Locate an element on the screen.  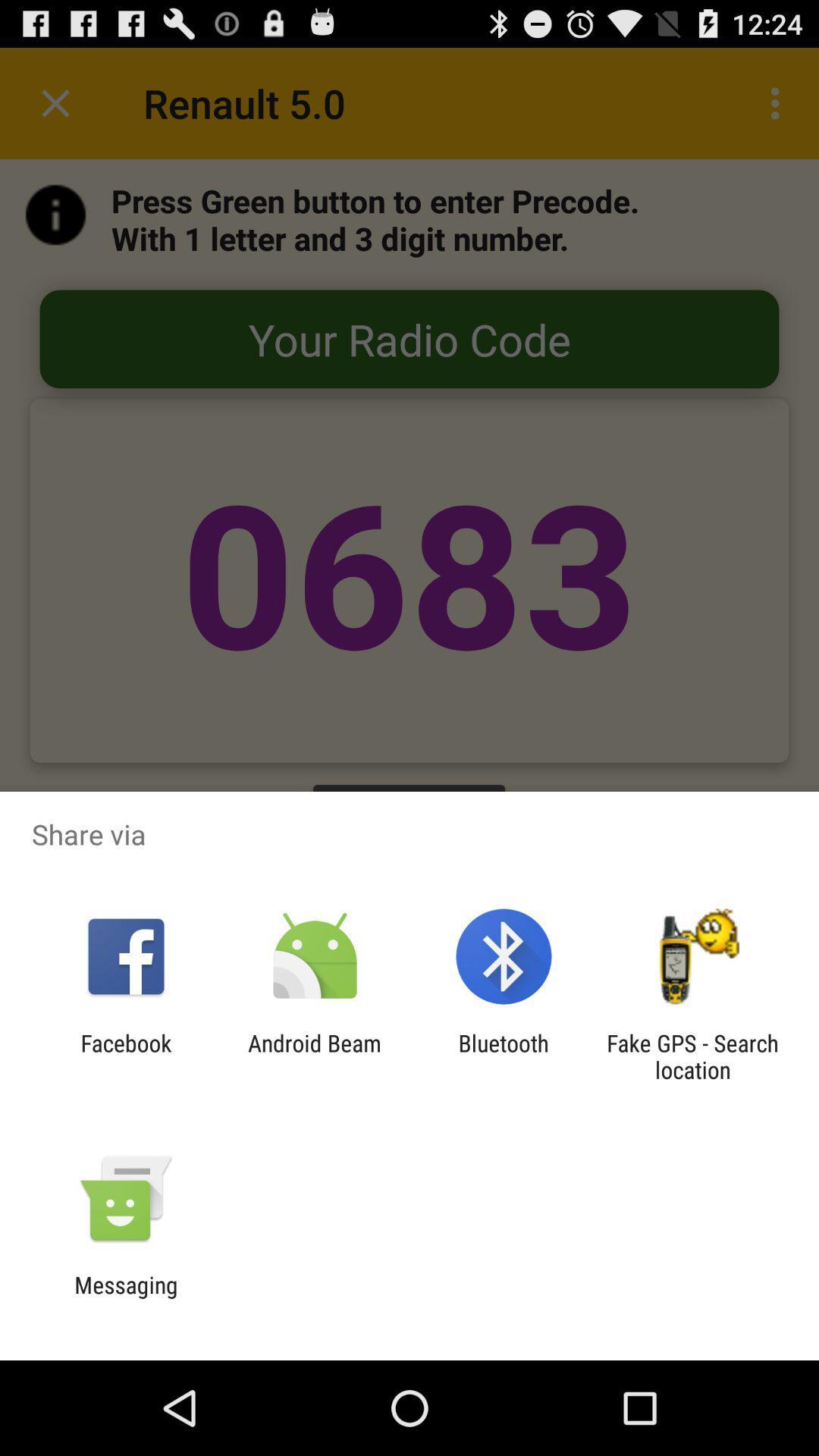
app to the right of the bluetooth app is located at coordinates (692, 1056).